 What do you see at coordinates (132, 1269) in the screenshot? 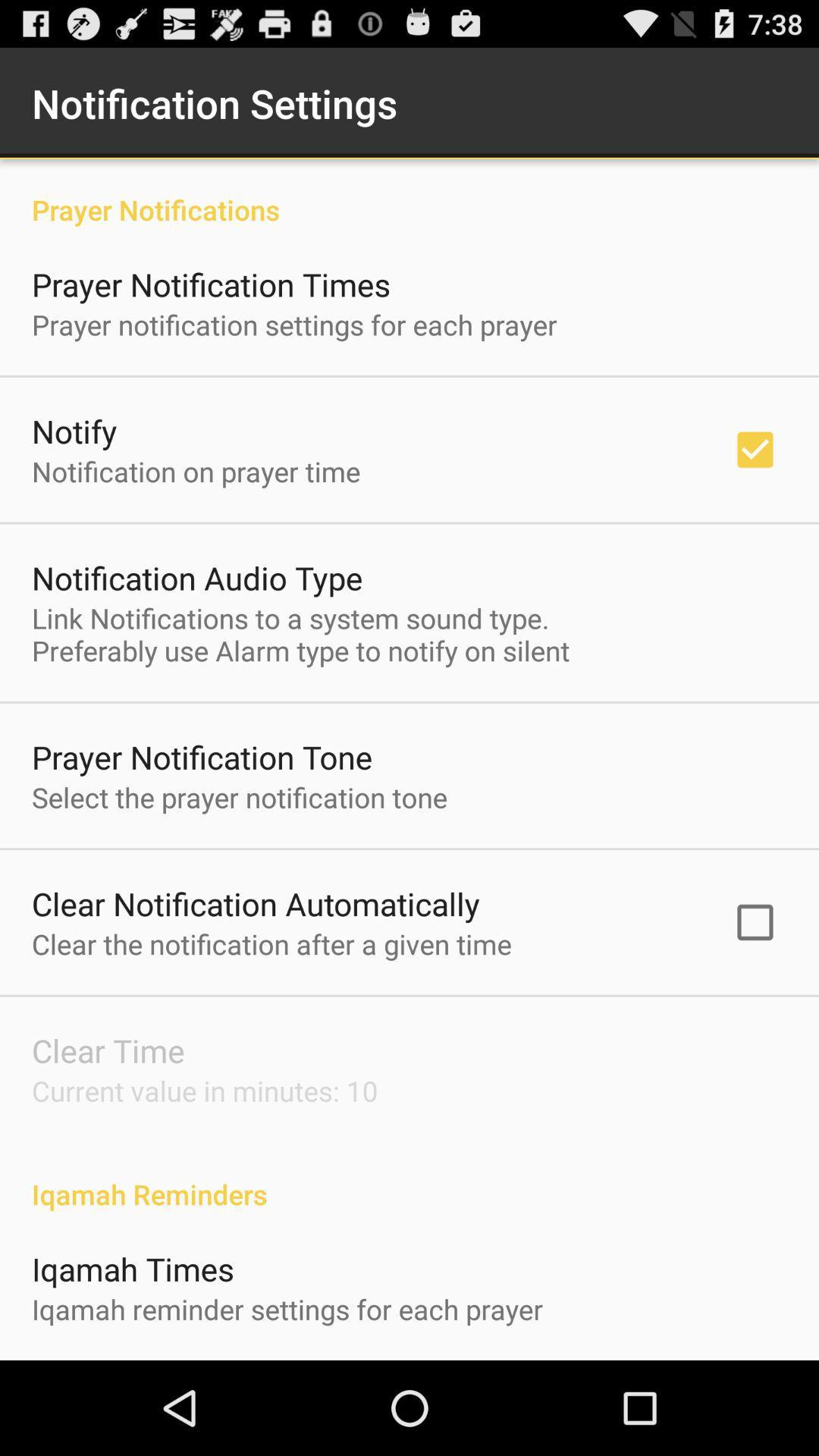
I see `iqamah times icon` at bounding box center [132, 1269].